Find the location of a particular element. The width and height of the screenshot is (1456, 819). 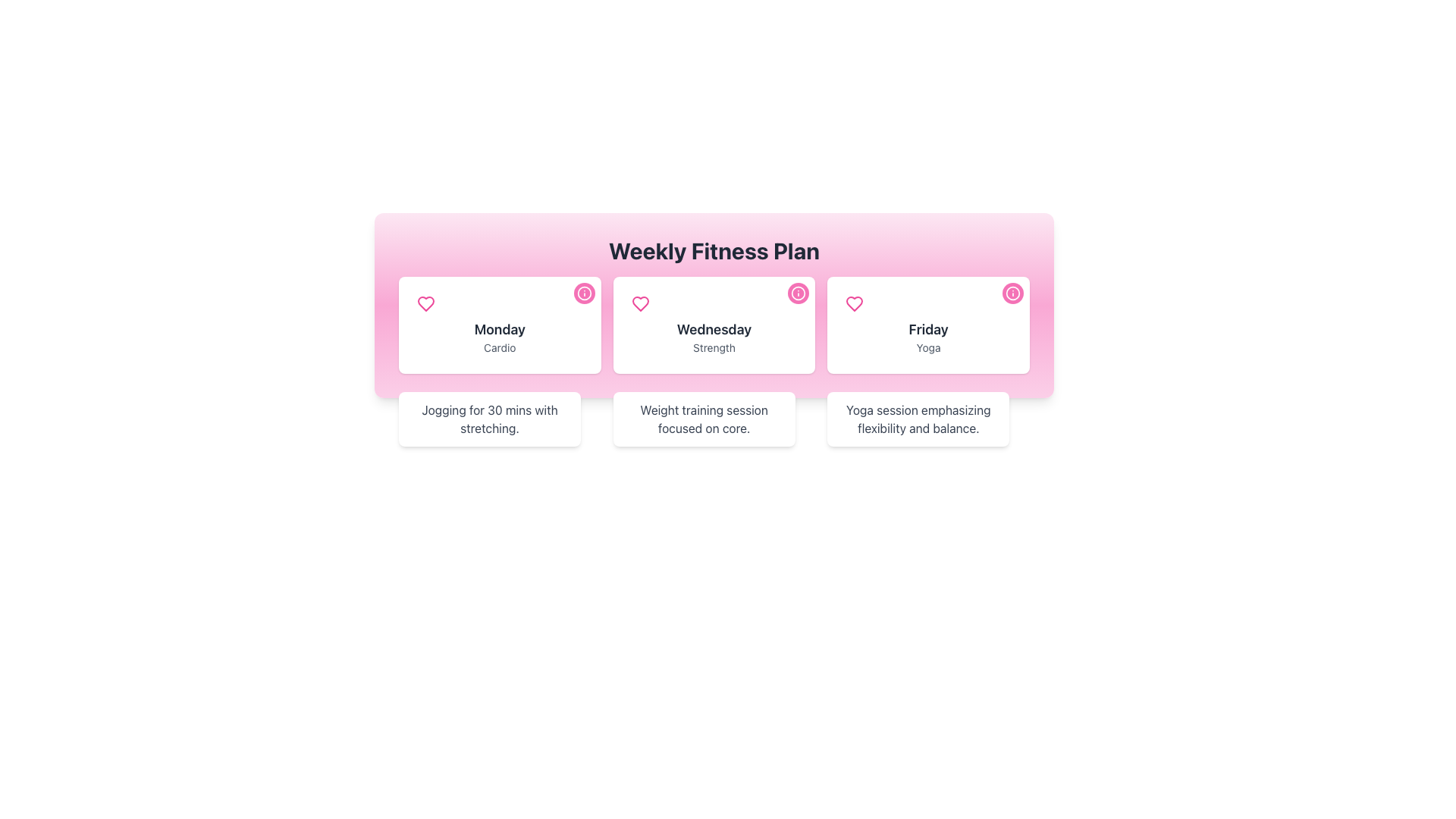

the informational block titled 'Weekly Fitness Plan' with a pink gradient background and rounded corners is located at coordinates (713, 305).